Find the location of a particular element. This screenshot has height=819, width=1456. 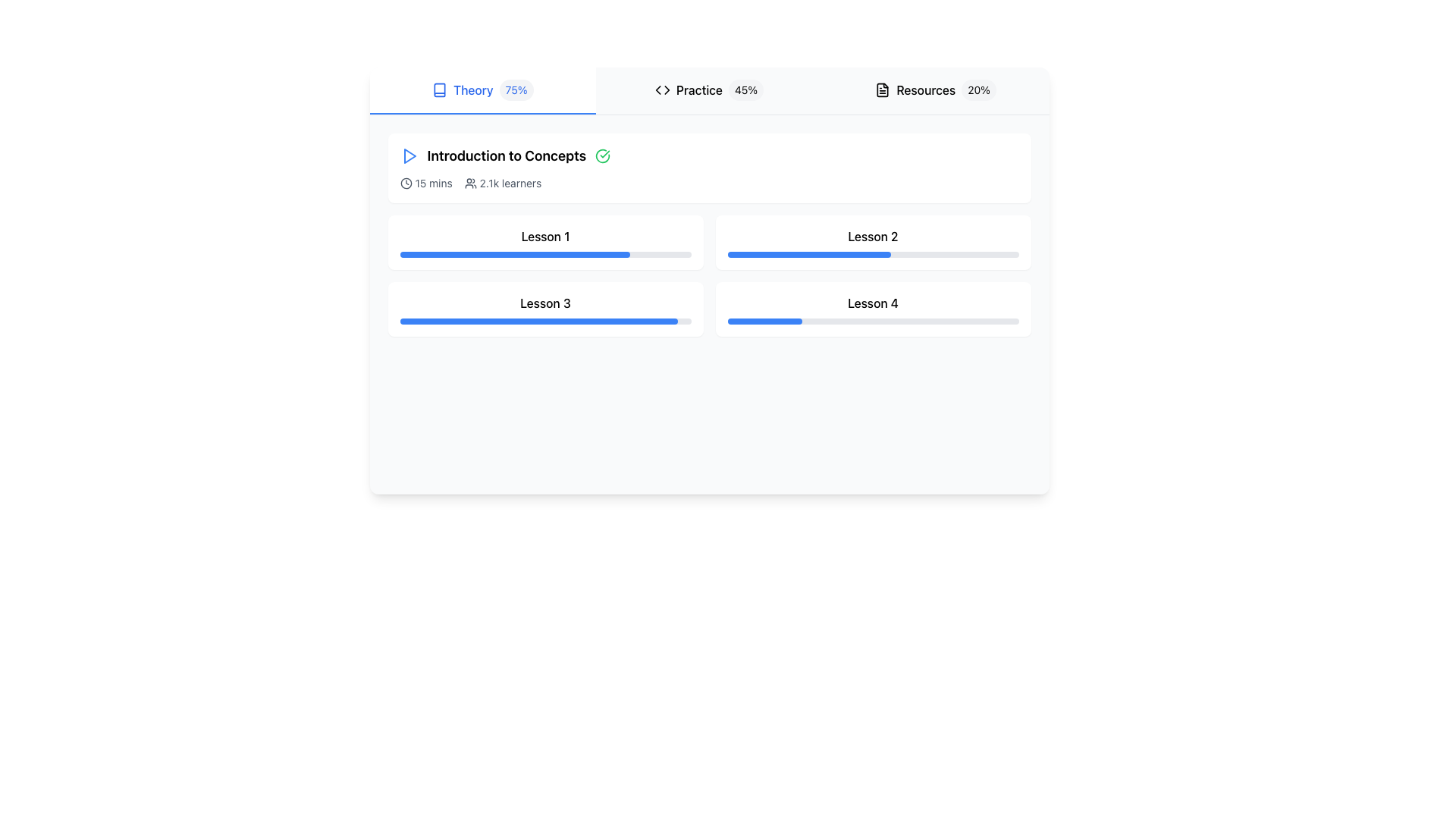

the progress bar located below the text block labeled 'Lesson 1', which is a horizontal bar with a gray background and a blue progress indicator filling 79% of the width is located at coordinates (545, 253).